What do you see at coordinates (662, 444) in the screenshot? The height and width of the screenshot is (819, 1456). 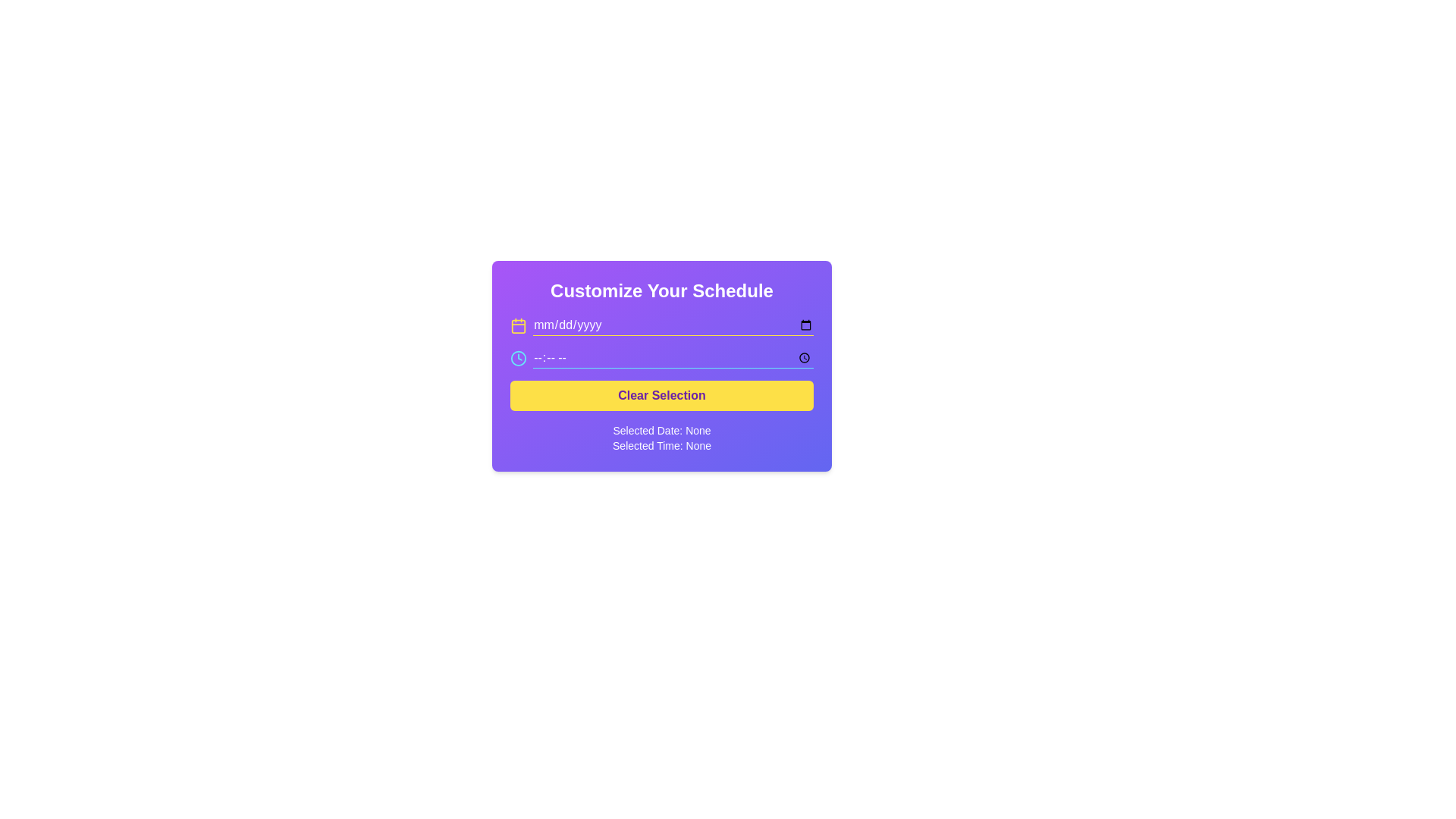 I see `the static text label displaying 'Selected Time: None', which is styled with white text on a purple background and positioned below the 'Selected Date: None' label` at bounding box center [662, 444].